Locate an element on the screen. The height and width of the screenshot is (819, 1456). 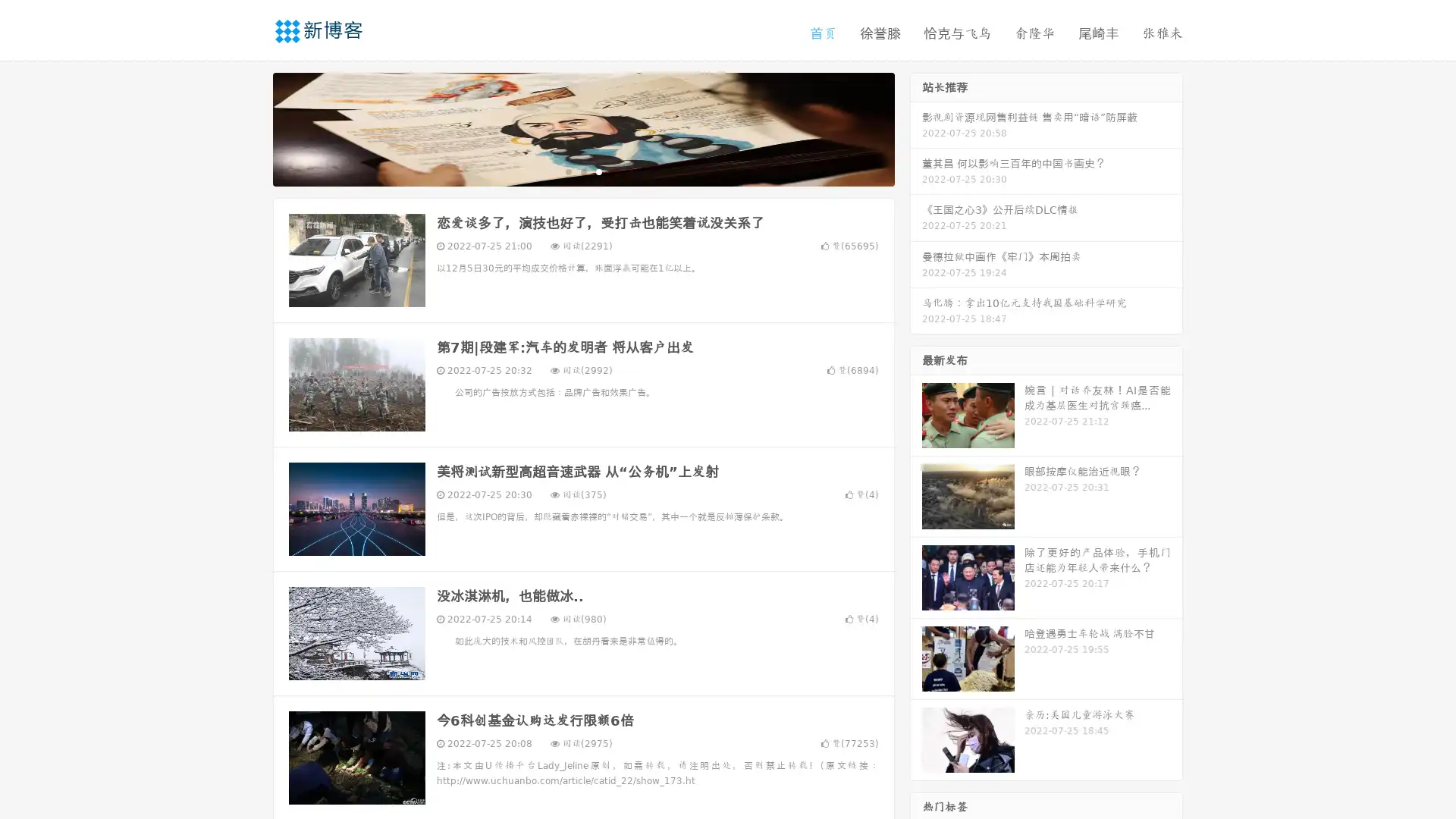
Go to slide 3 is located at coordinates (598, 171).